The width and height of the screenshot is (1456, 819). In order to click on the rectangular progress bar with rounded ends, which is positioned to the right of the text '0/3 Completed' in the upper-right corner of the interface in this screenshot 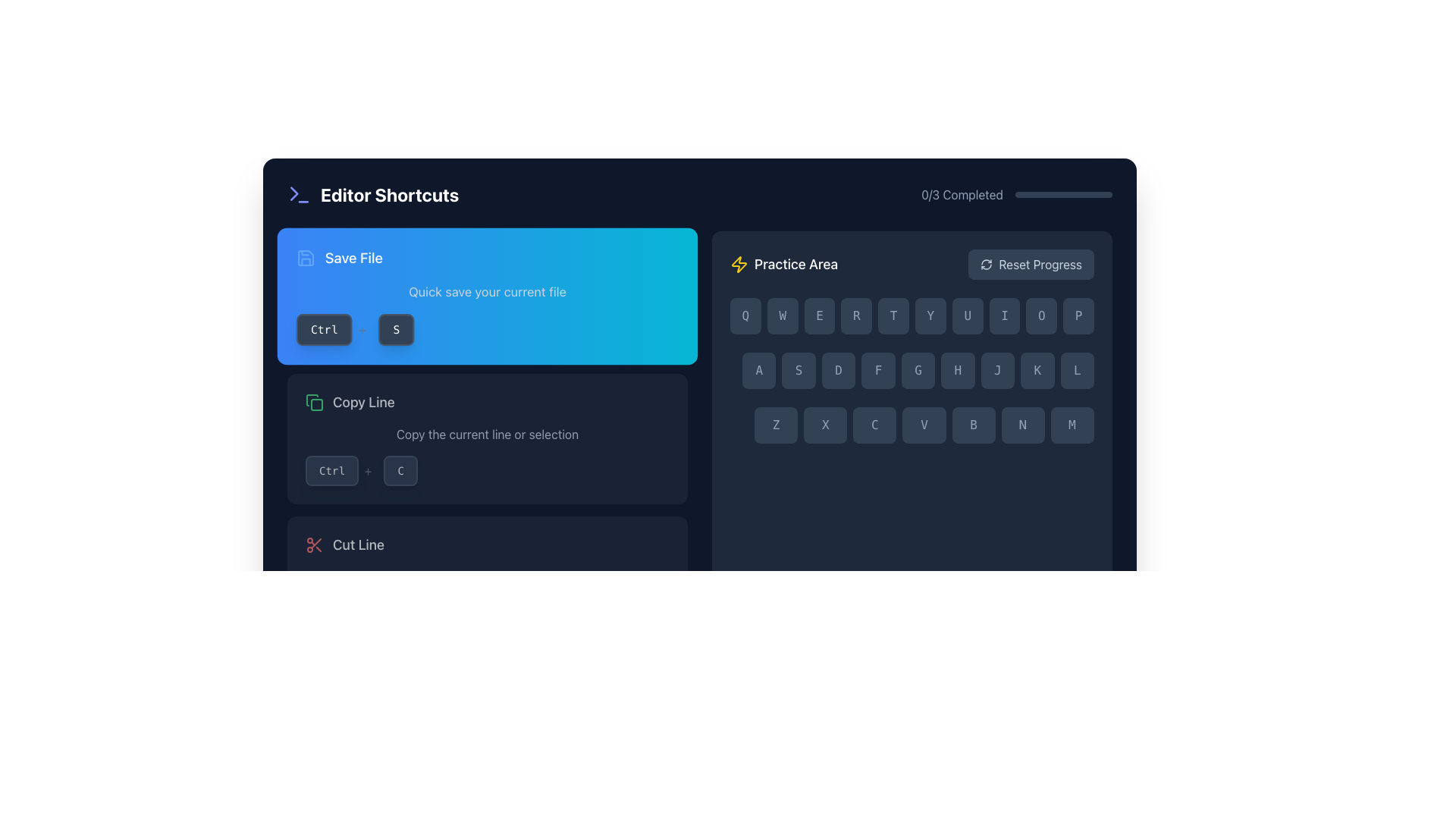, I will do `click(1062, 194)`.